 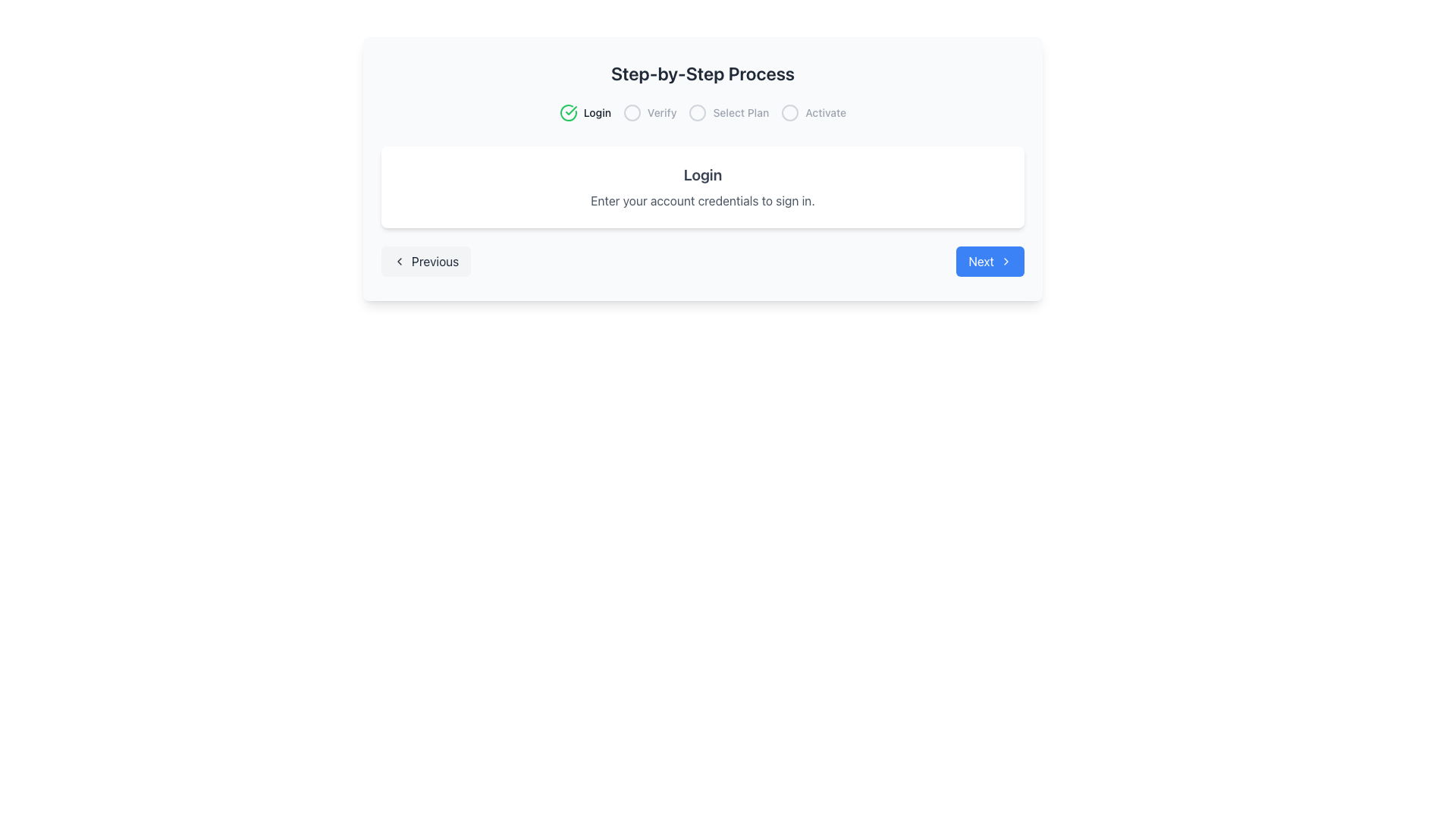 What do you see at coordinates (662, 112) in the screenshot?
I see `the 'Verify' text label, which is rendered in light gray font and is positioned to the right of the 'Login' step in the stepper flow` at bounding box center [662, 112].